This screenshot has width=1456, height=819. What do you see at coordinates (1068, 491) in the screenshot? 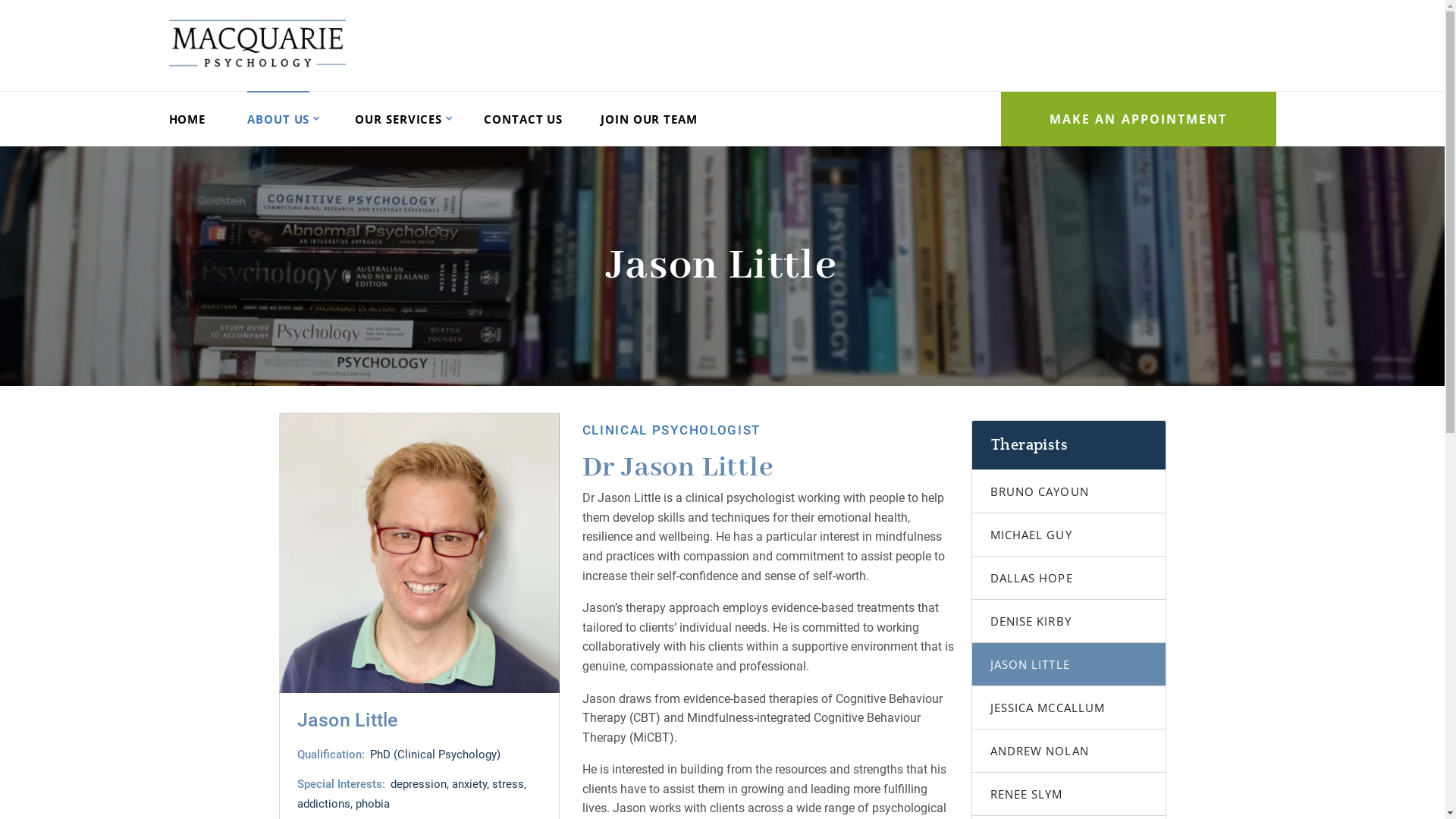
I see `'BRUNO CAYOUN'` at bounding box center [1068, 491].